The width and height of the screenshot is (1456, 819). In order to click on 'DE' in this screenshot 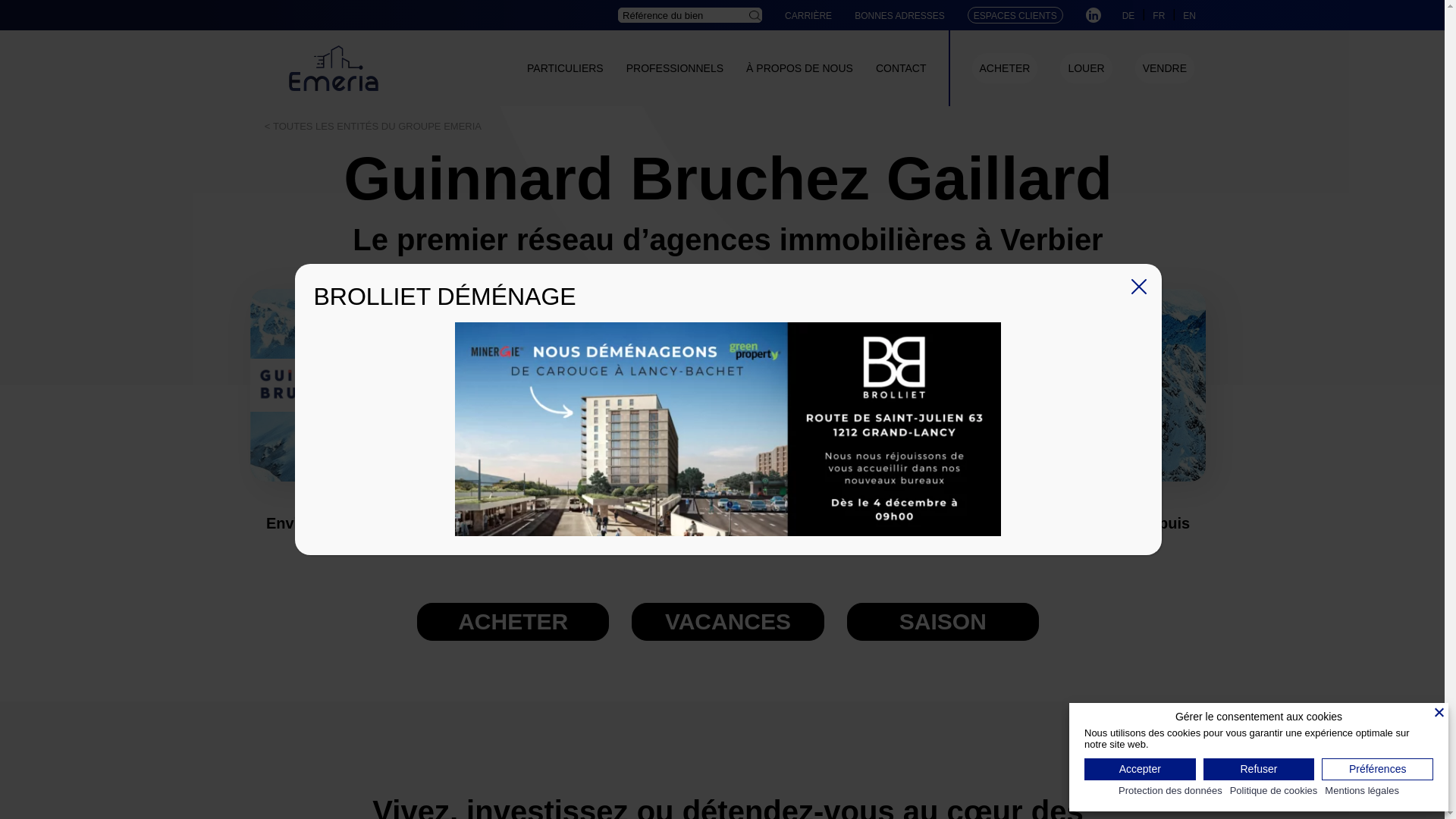, I will do `click(1122, 15)`.